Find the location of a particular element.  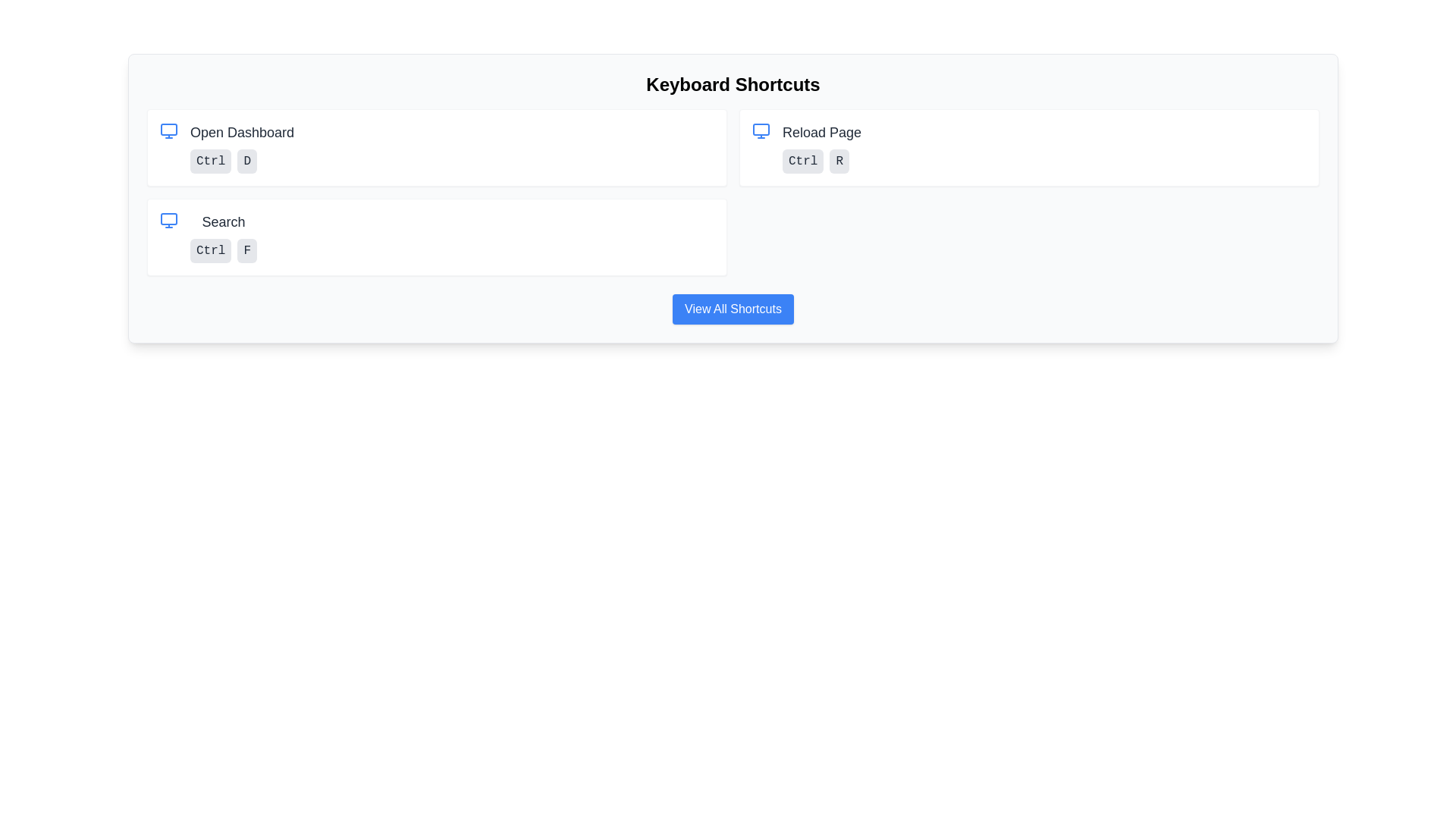

the blue SVG monitor icon located in the top-right corner next to the 'Reload Page' text is located at coordinates (761, 130).